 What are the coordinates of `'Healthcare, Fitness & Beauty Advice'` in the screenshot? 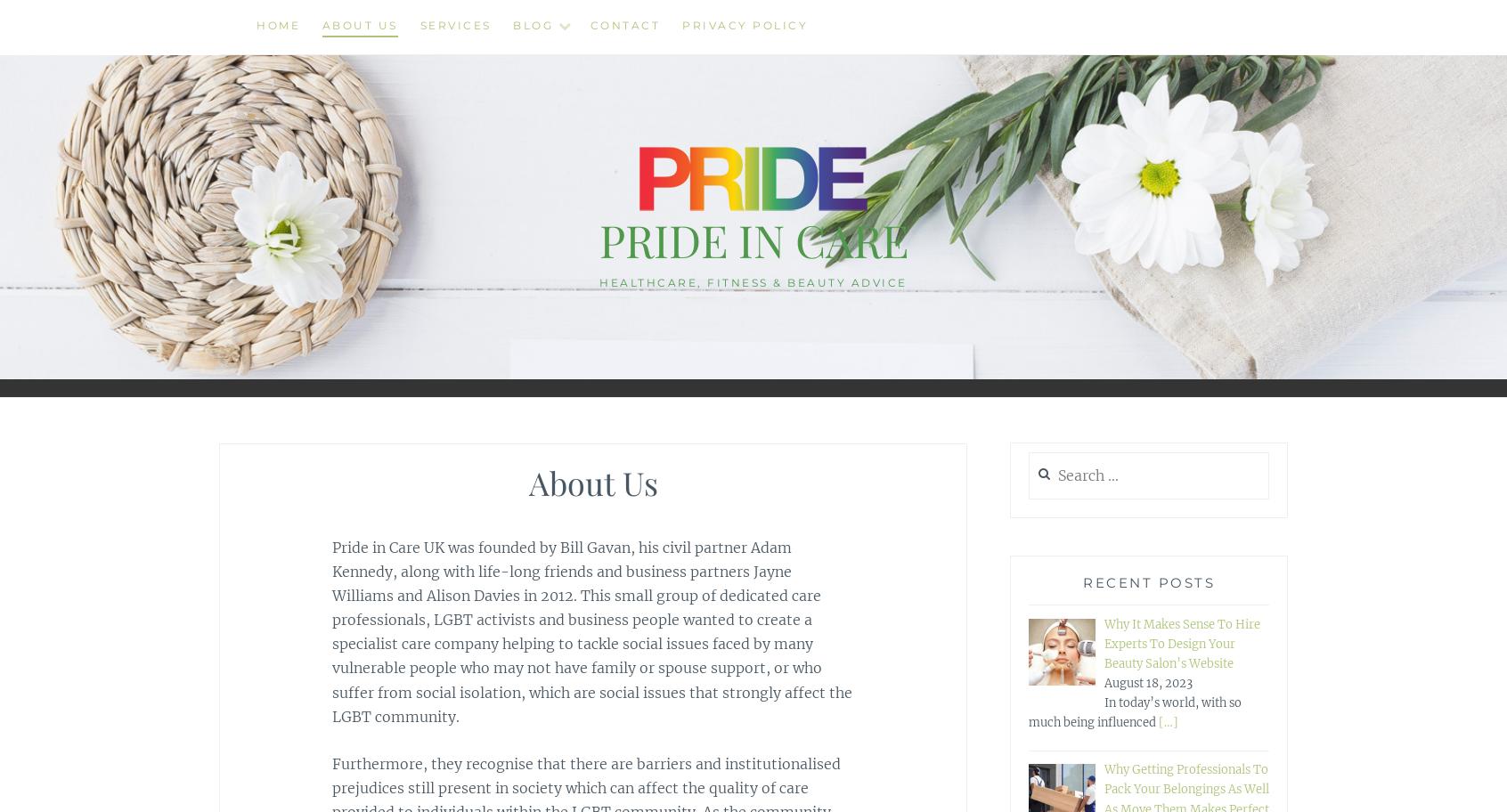 It's located at (753, 281).